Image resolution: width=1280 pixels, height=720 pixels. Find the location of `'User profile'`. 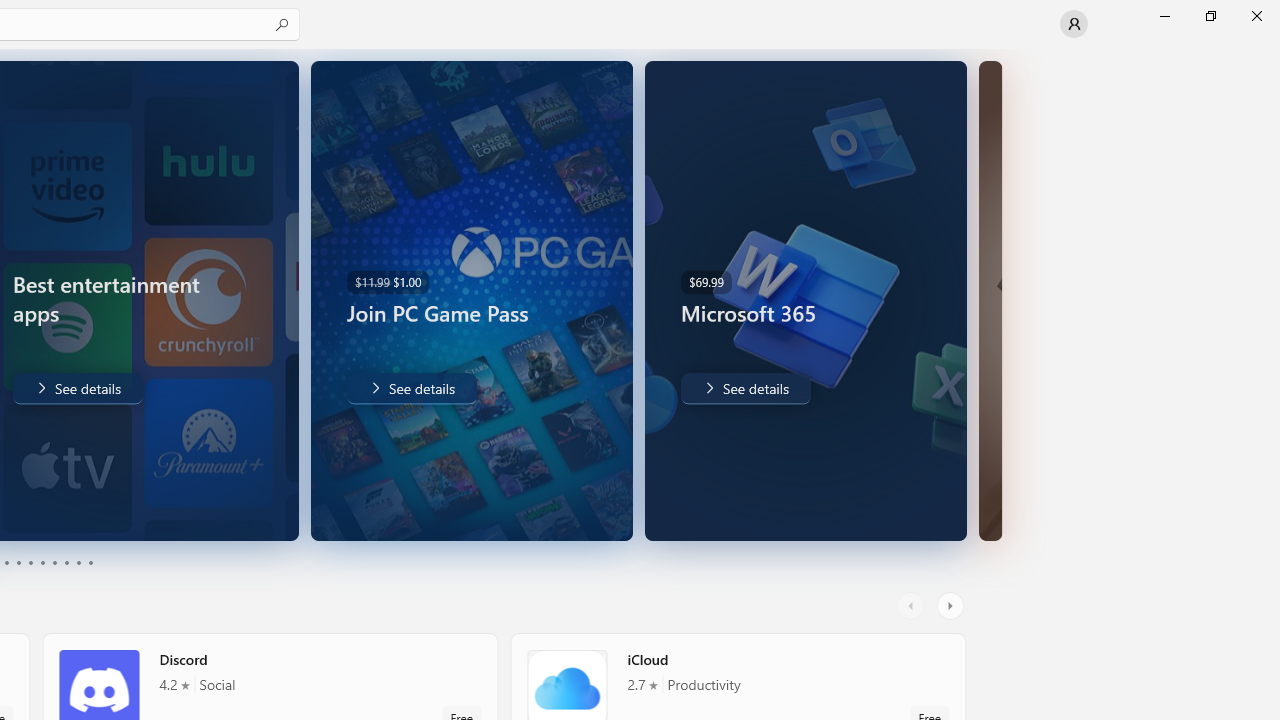

'User profile' is located at coordinates (1072, 24).